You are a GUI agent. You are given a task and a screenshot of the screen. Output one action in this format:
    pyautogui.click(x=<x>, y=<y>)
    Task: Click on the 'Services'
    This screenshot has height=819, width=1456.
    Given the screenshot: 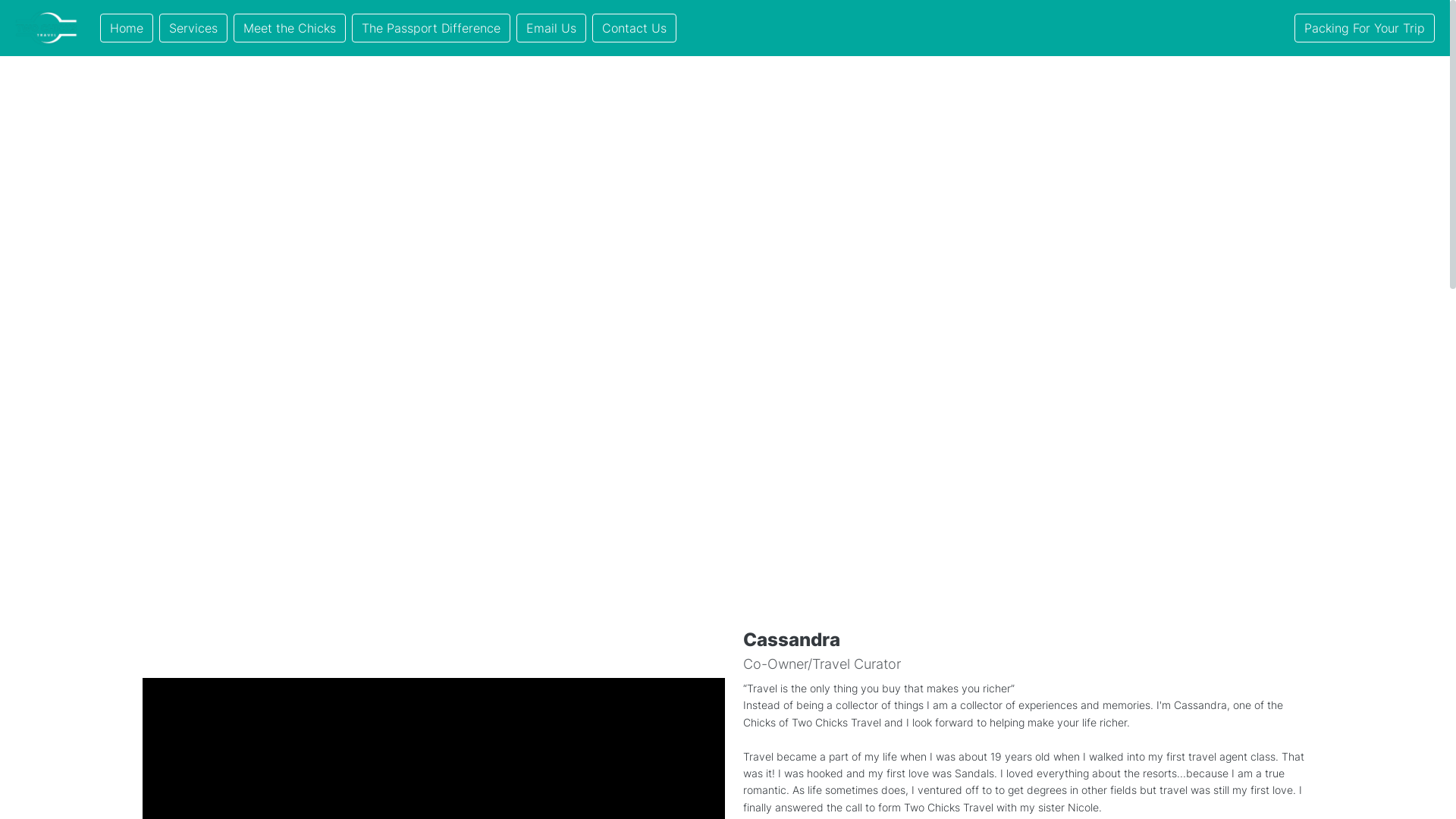 What is the action you would take?
    pyautogui.click(x=192, y=28)
    